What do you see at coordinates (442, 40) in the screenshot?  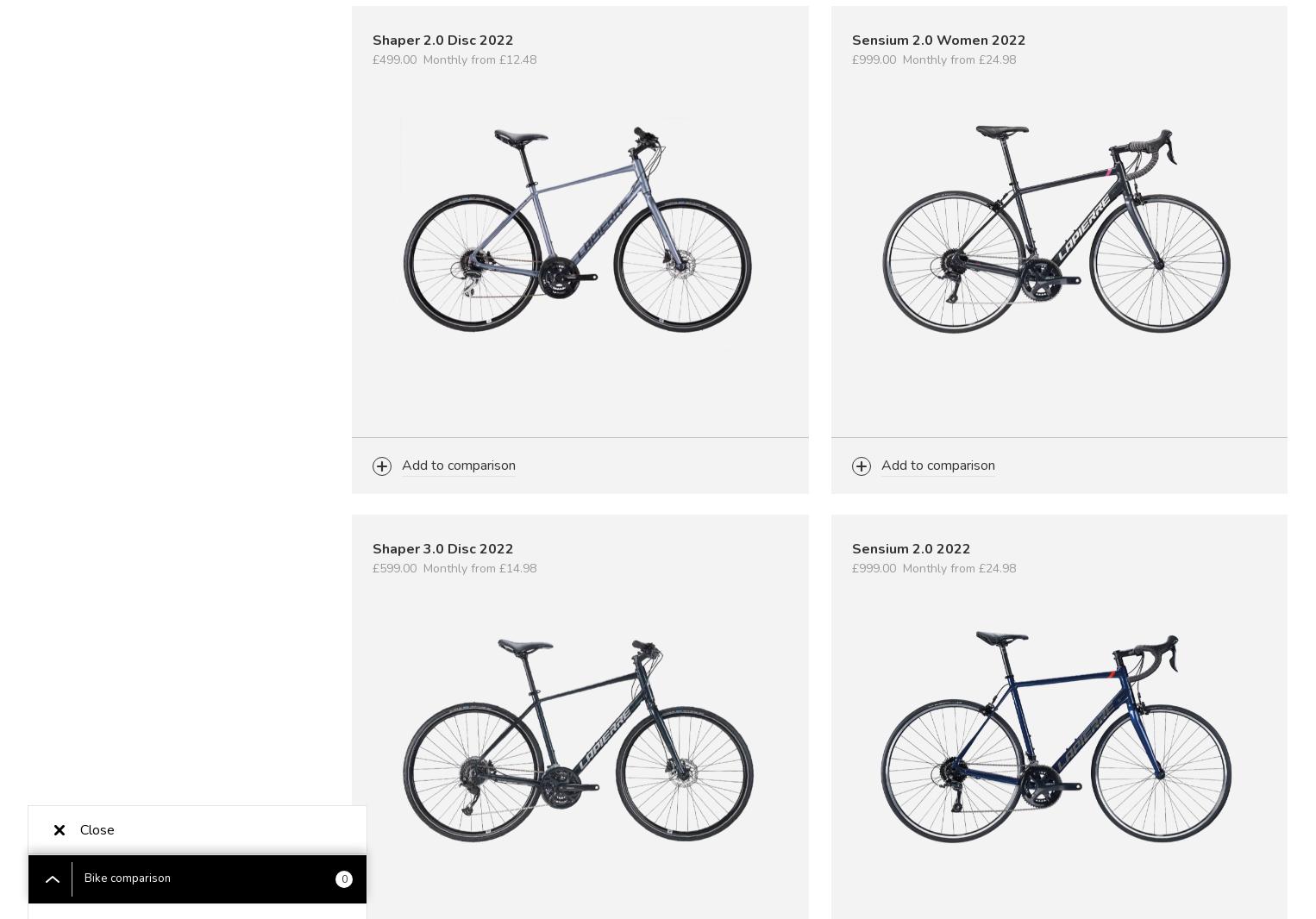 I see `'Shaper 2.0 Disc 2022'` at bounding box center [442, 40].